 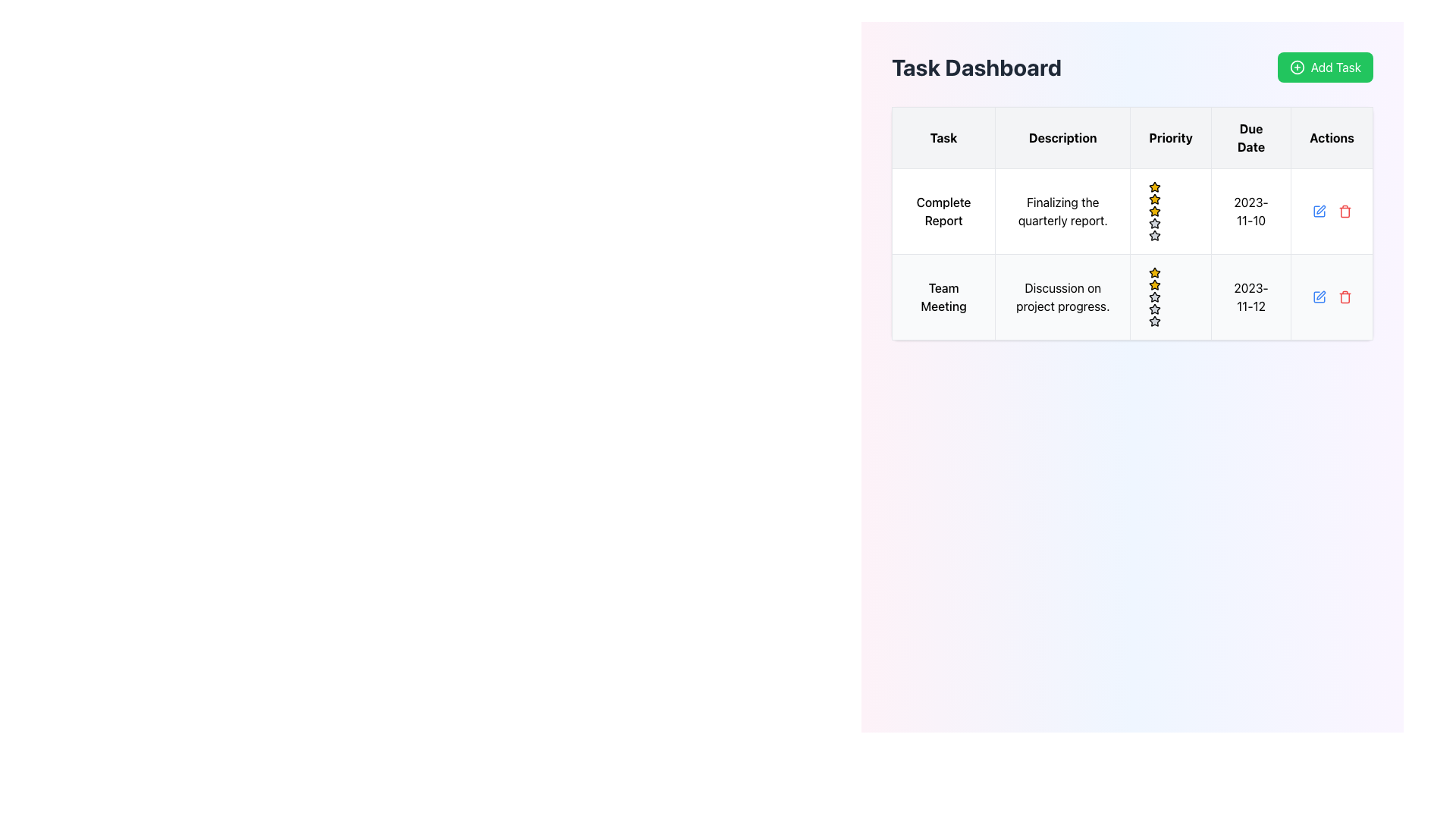 I want to click on the third star icon in the 'Priority' column of the table, which is part of the star rating for the 'Complete Report' row, so click(x=1154, y=223).